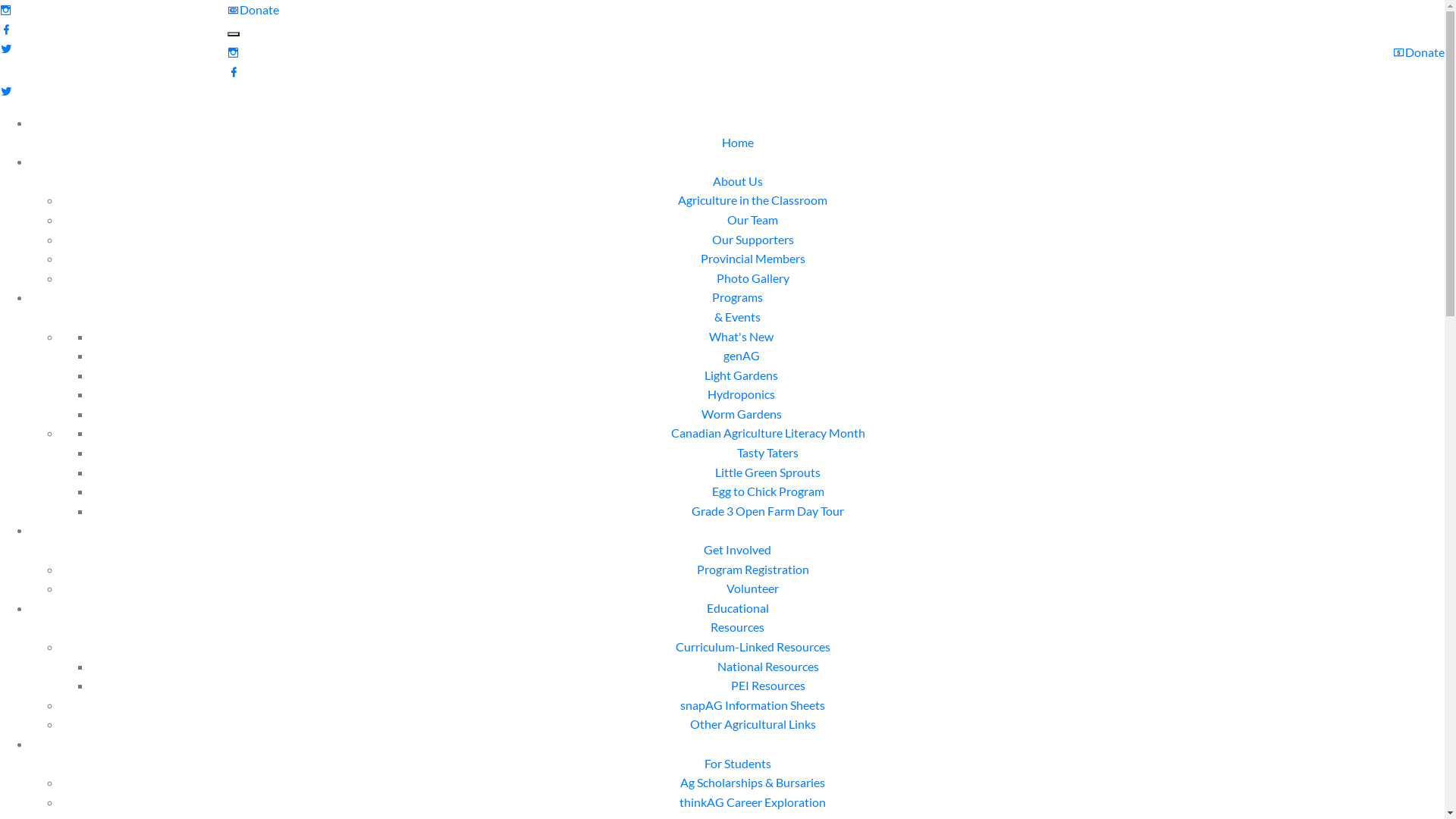  Describe the element at coordinates (752, 782) in the screenshot. I see `'Ag Scholarships & Bursaries'` at that location.